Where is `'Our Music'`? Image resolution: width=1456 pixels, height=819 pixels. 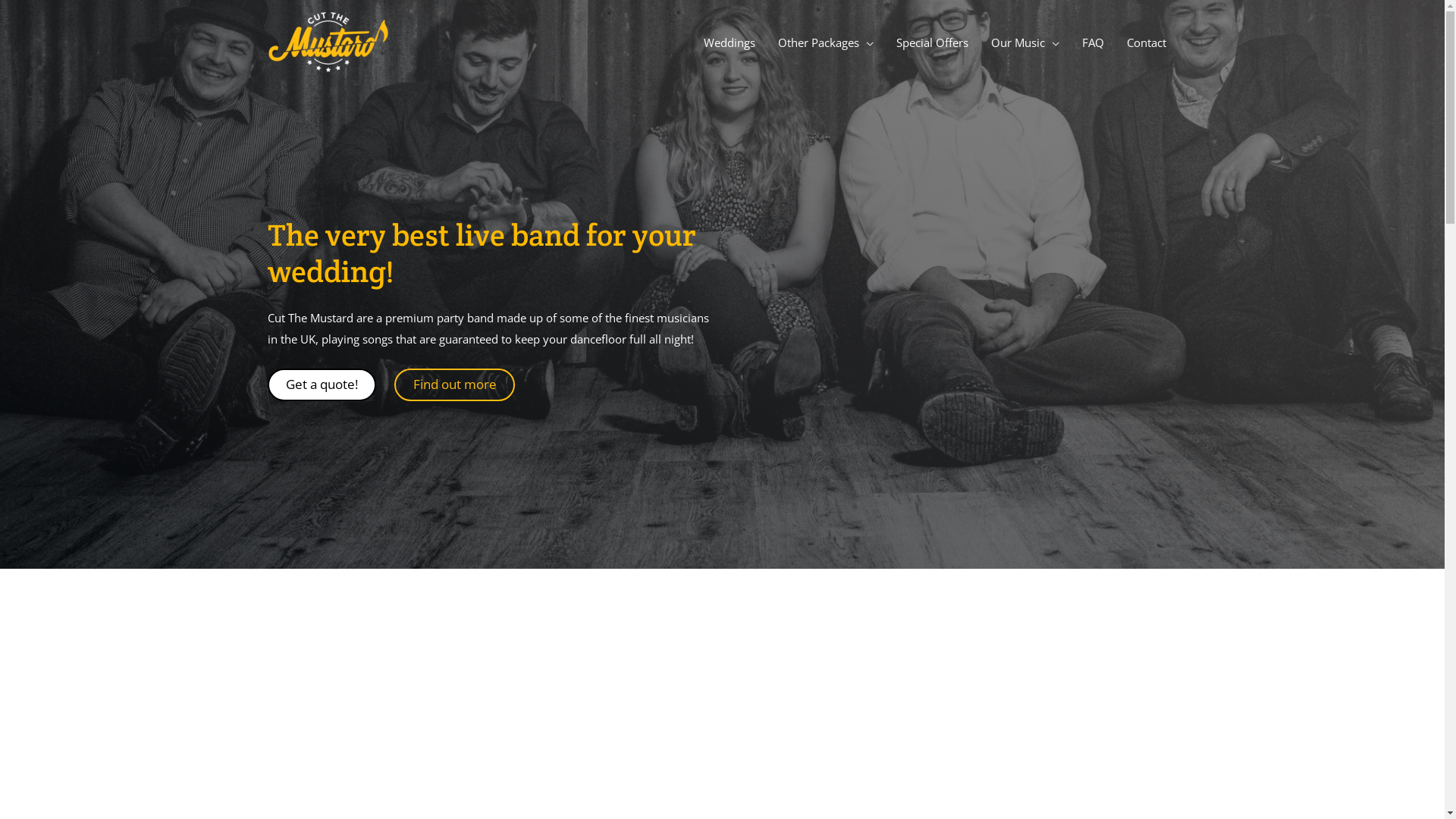 'Our Music' is located at coordinates (1025, 40).